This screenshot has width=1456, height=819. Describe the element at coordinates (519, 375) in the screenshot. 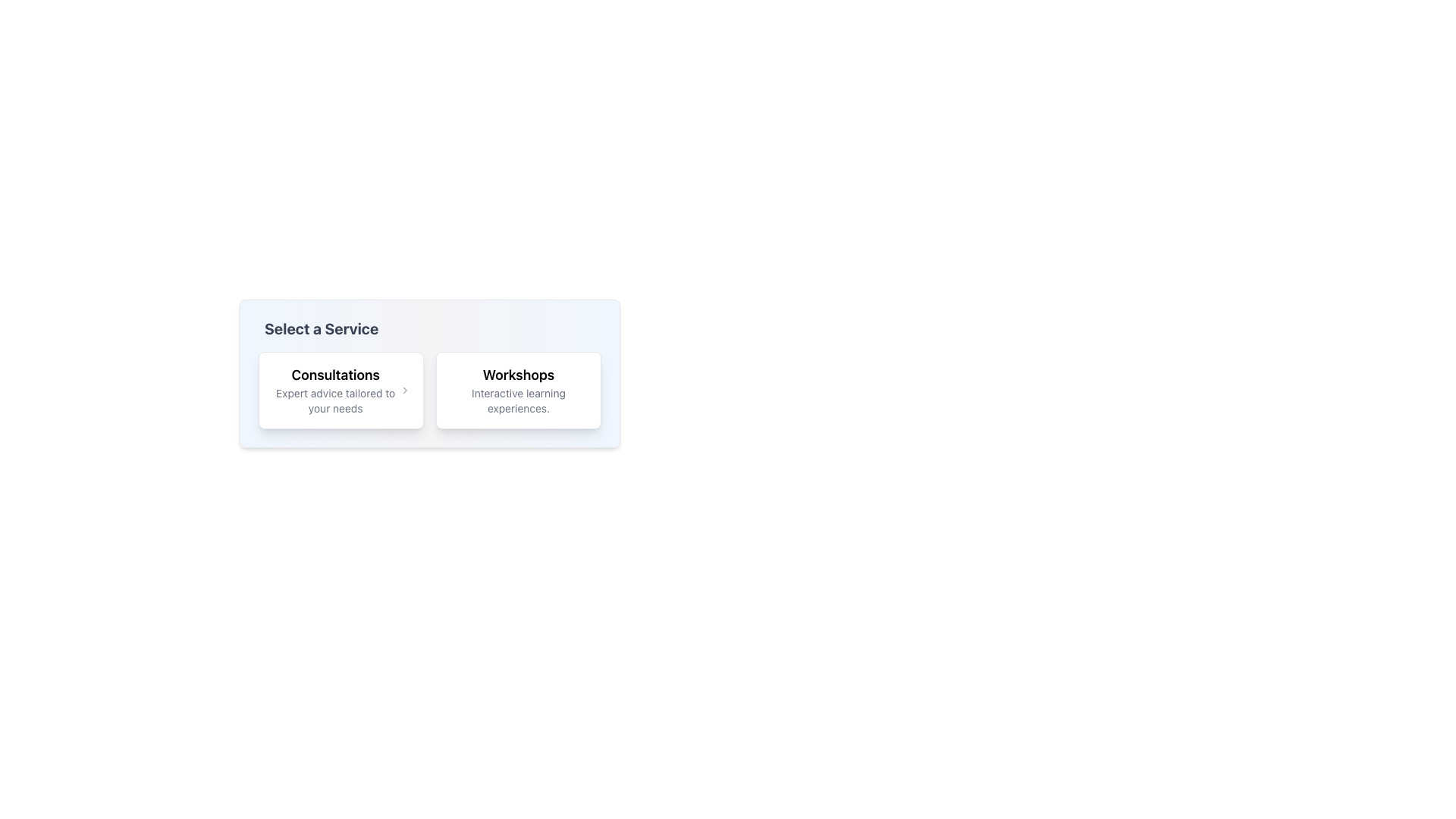

I see `the 'Workshops' text label, which serves as a title for a section or category, providing an overview for related features` at that location.